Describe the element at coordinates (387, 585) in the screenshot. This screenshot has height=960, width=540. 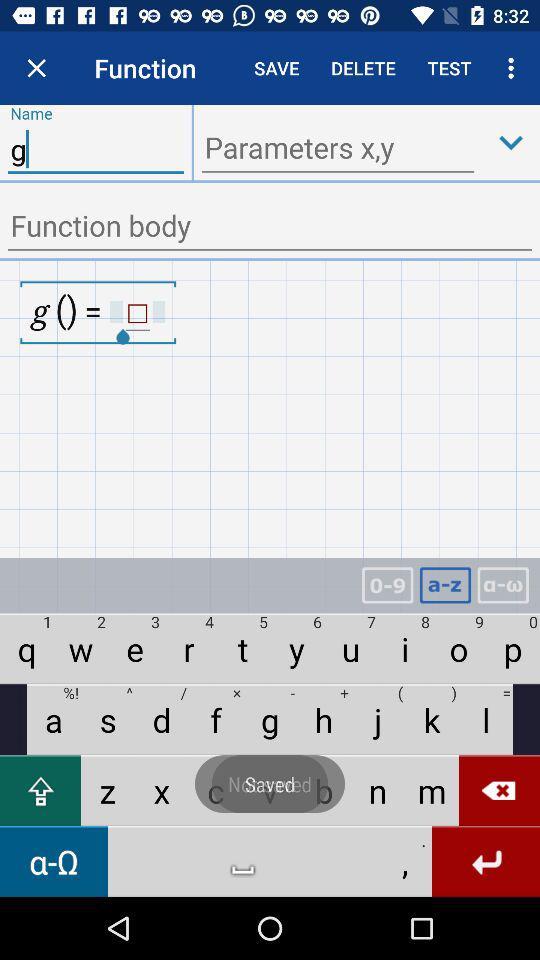
I see `excel numbers symbol` at that location.